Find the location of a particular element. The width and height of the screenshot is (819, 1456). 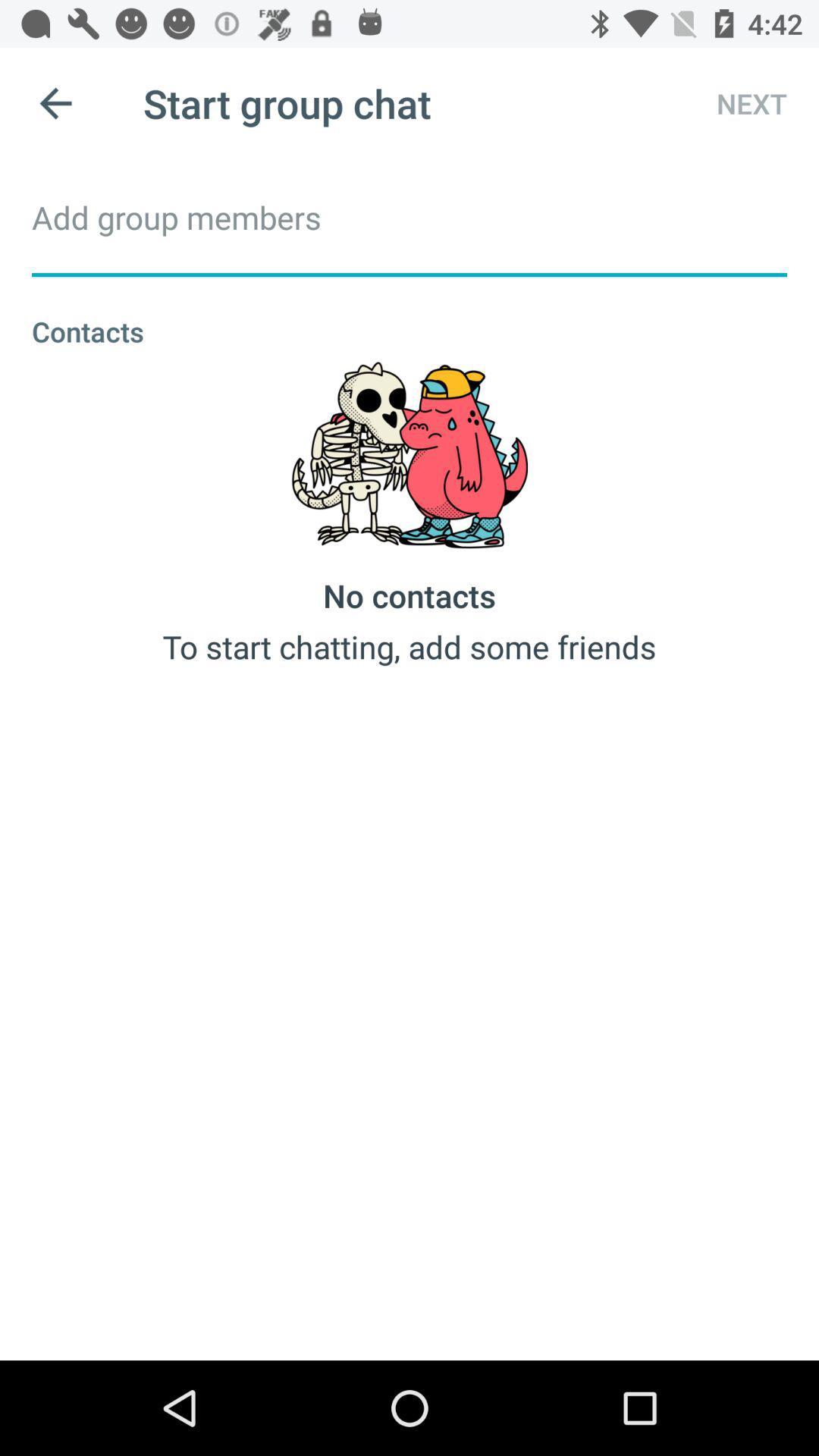

icon to the left of start group chat is located at coordinates (55, 102).